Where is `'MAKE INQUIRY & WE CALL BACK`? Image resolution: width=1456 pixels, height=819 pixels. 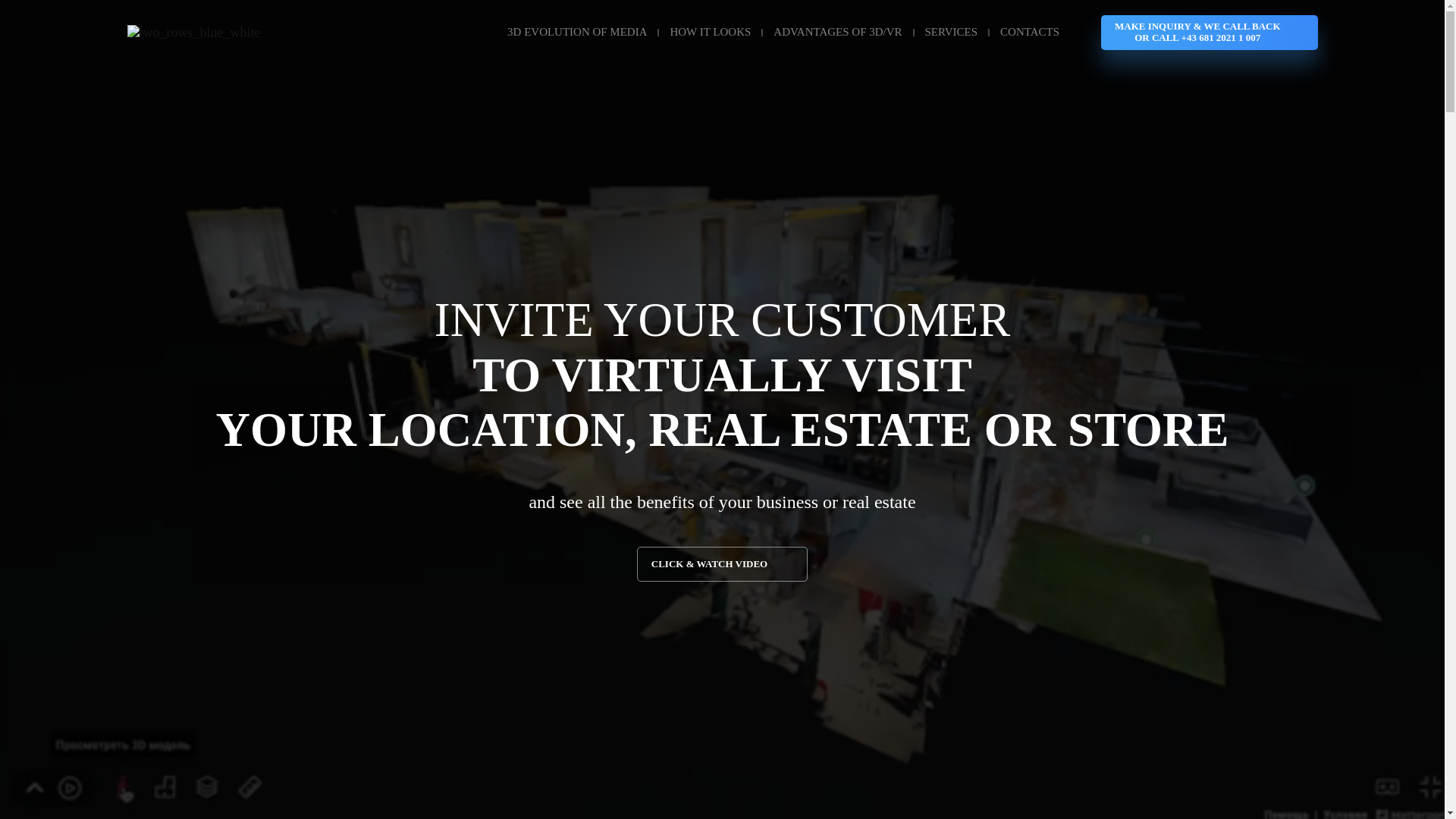 'MAKE INQUIRY & WE CALL BACK is located at coordinates (1100, 32).